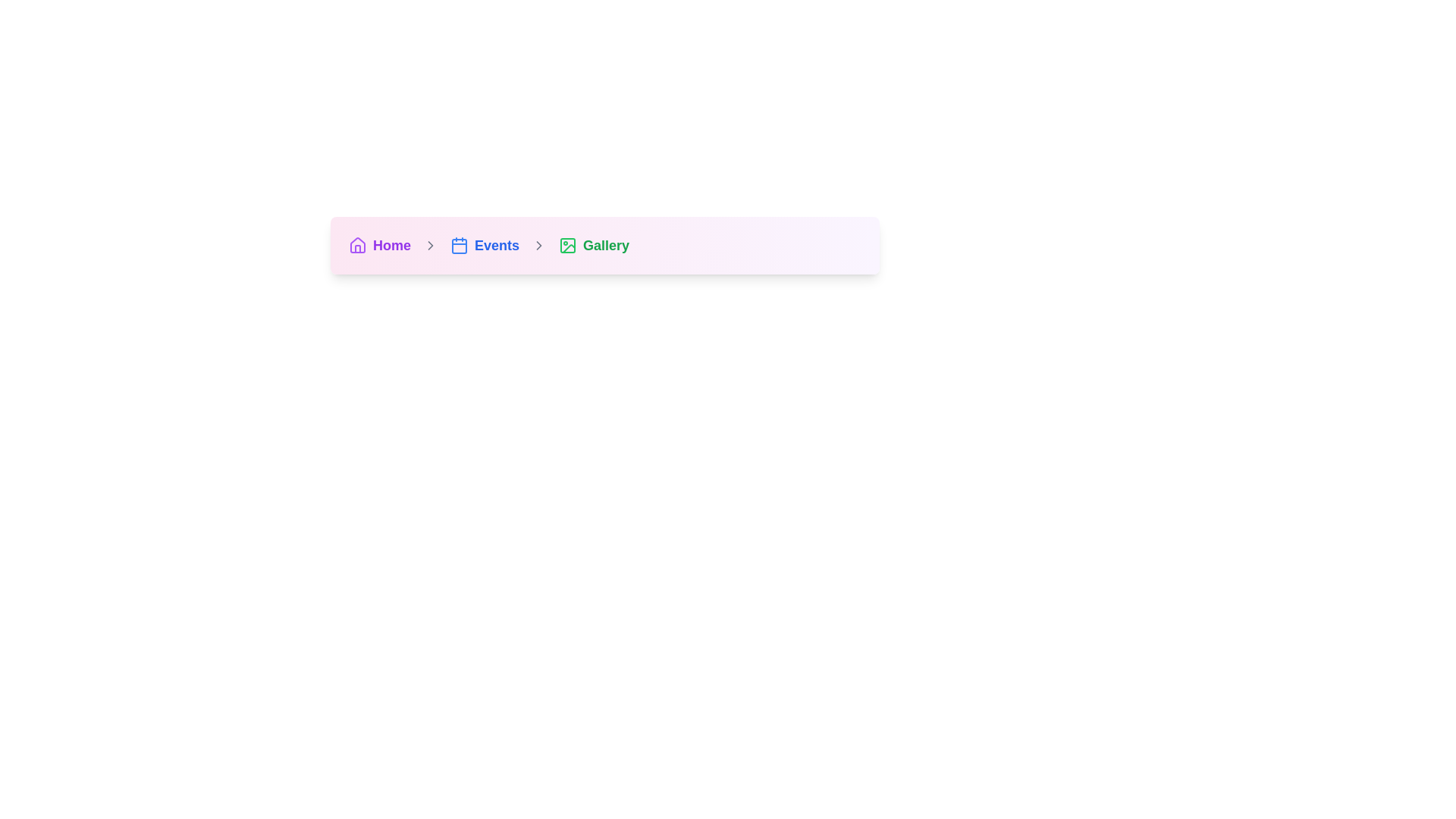  Describe the element at coordinates (356, 245) in the screenshot. I see `the house icon with a purple outline in the breadcrumb navigation at the top left corner of the web page` at that location.